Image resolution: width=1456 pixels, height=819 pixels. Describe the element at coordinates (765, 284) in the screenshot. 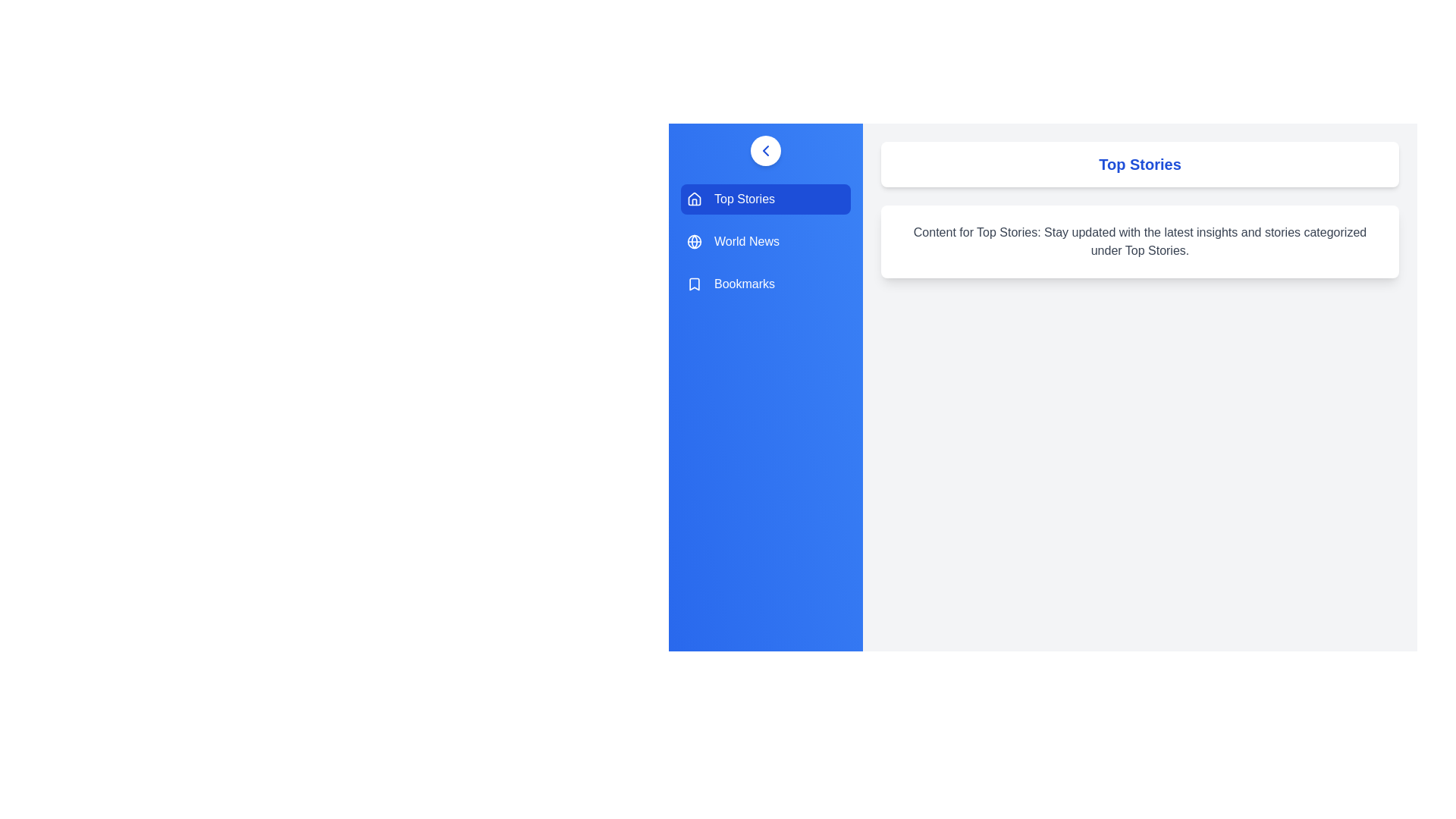

I see `the category Bookmarks from the list` at that location.